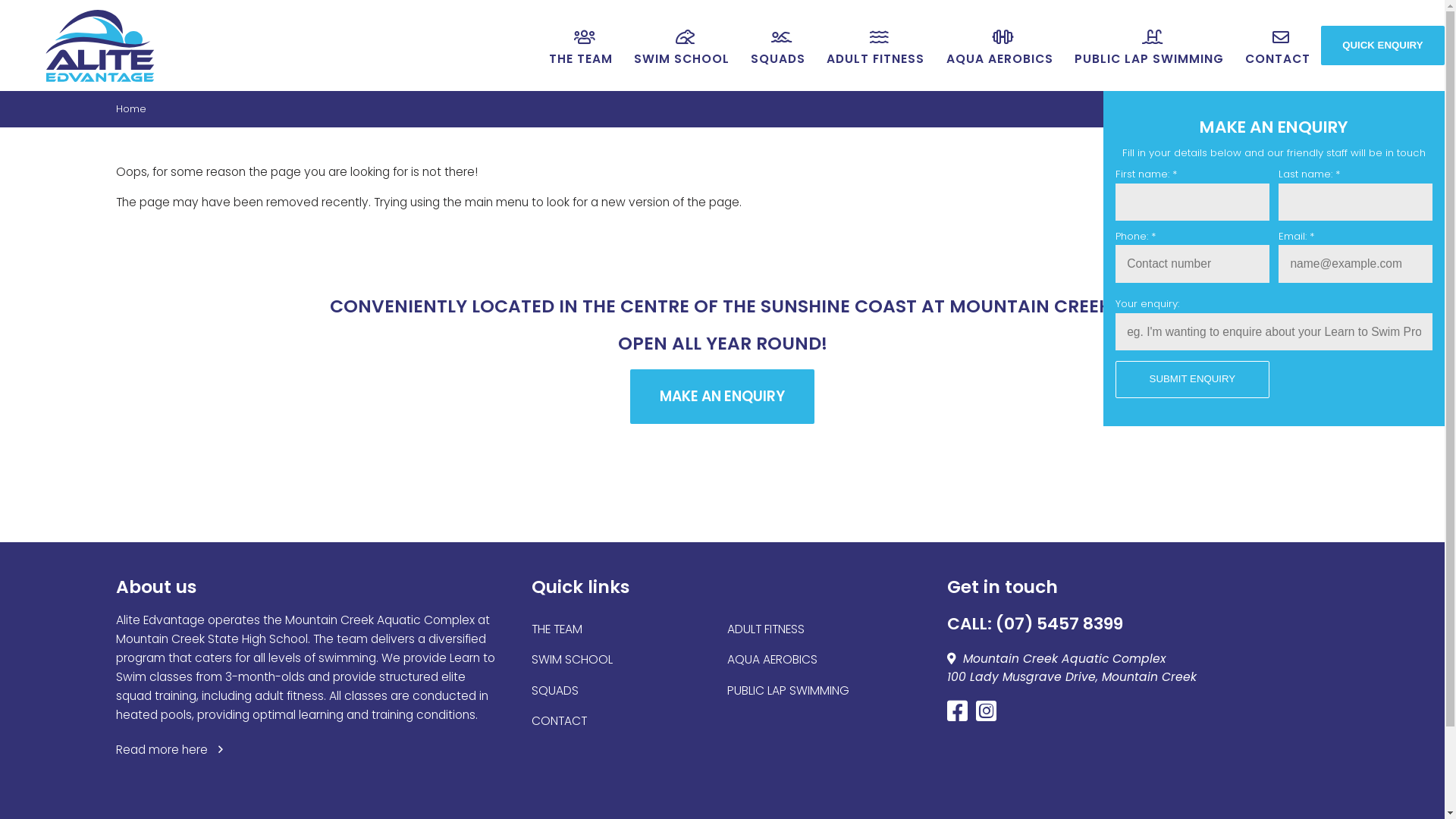  What do you see at coordinates (1192, 379) in the screenshot?
I see `'Submit Enquiry'` at bounding box center [1192, 379].